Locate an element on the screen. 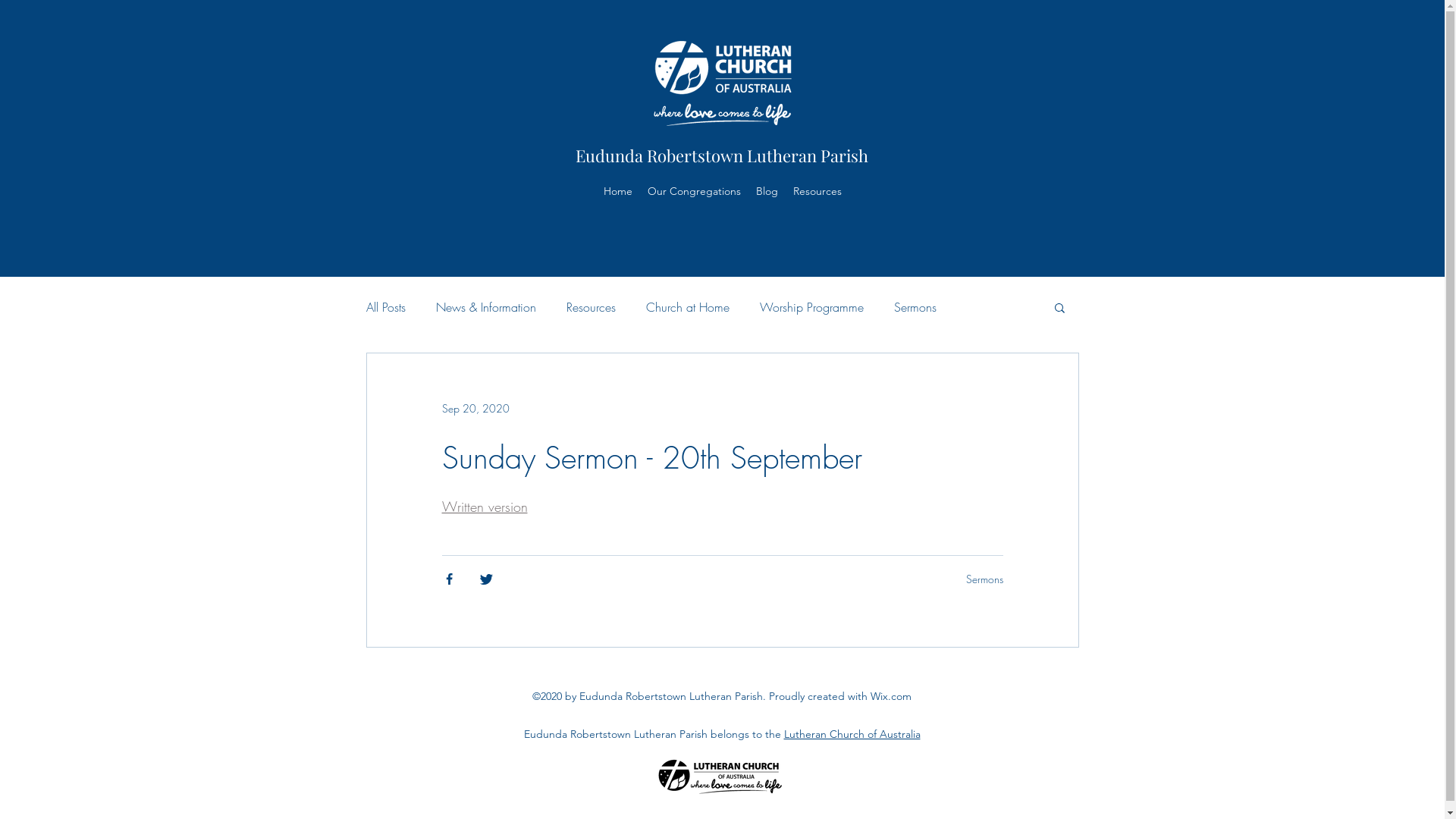  'Home' is located at coordinates (618, 190).